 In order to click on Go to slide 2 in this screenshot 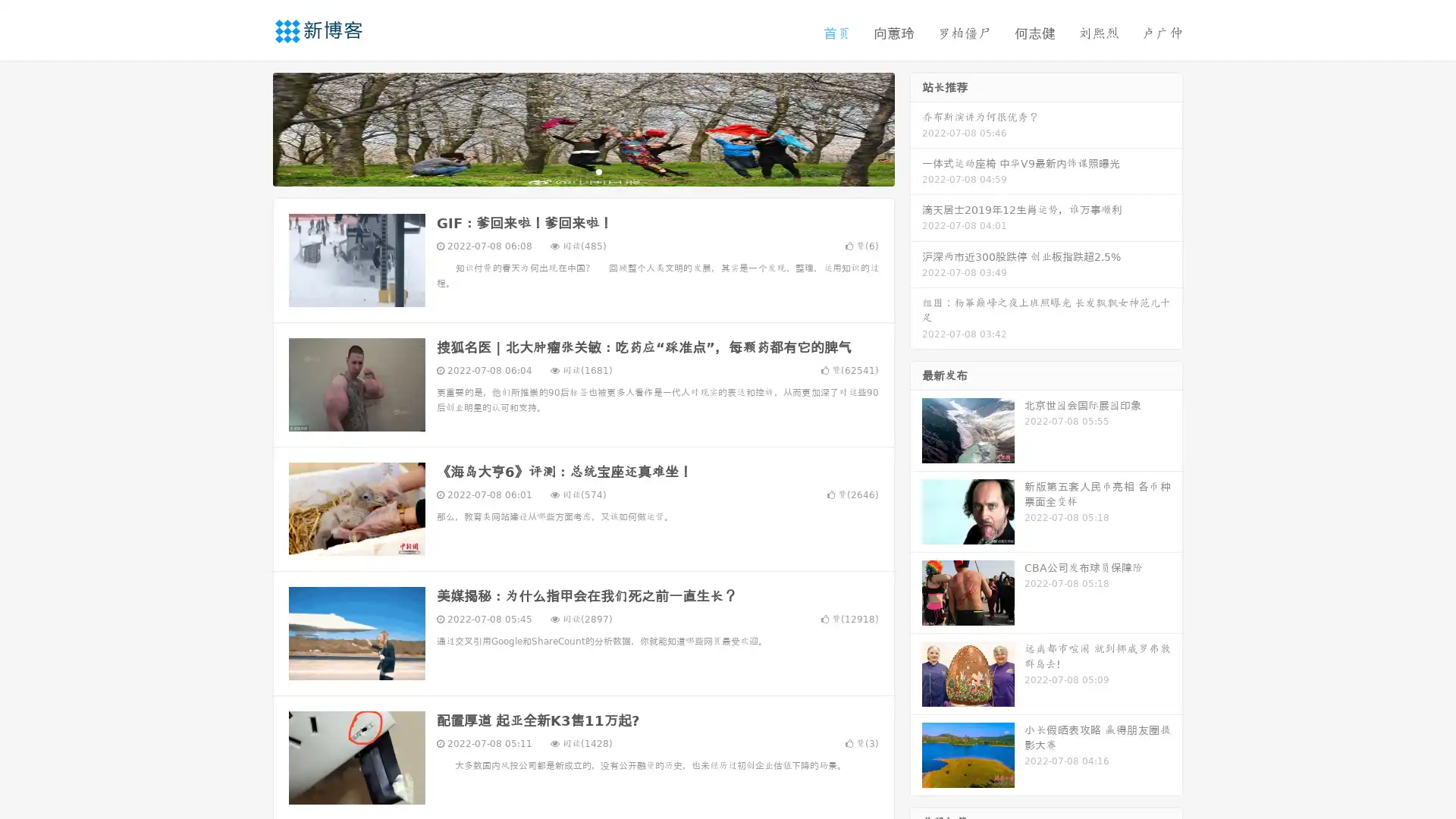, I will do `click(582, 171)`.